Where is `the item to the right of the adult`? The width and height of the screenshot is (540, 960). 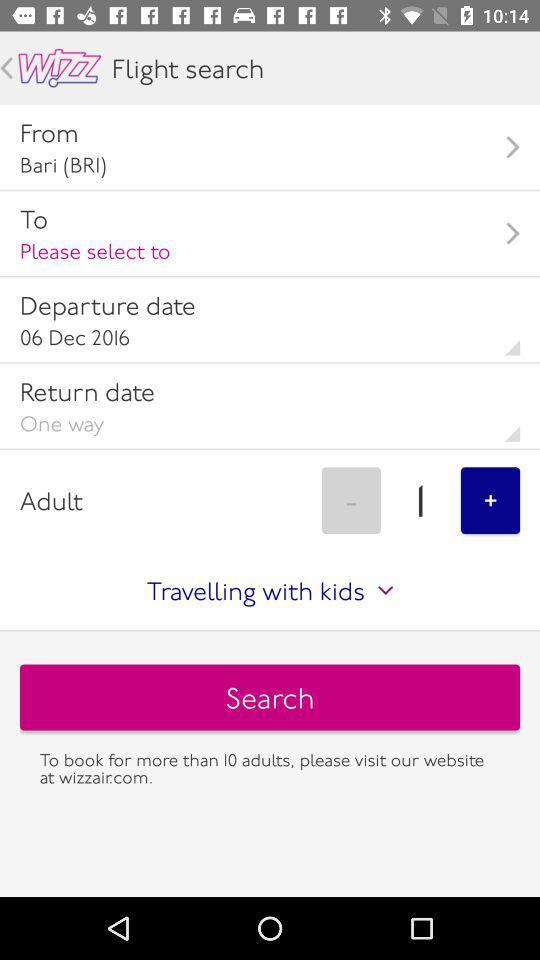
the item to the right of the adult is located at coordinates (350, 499).